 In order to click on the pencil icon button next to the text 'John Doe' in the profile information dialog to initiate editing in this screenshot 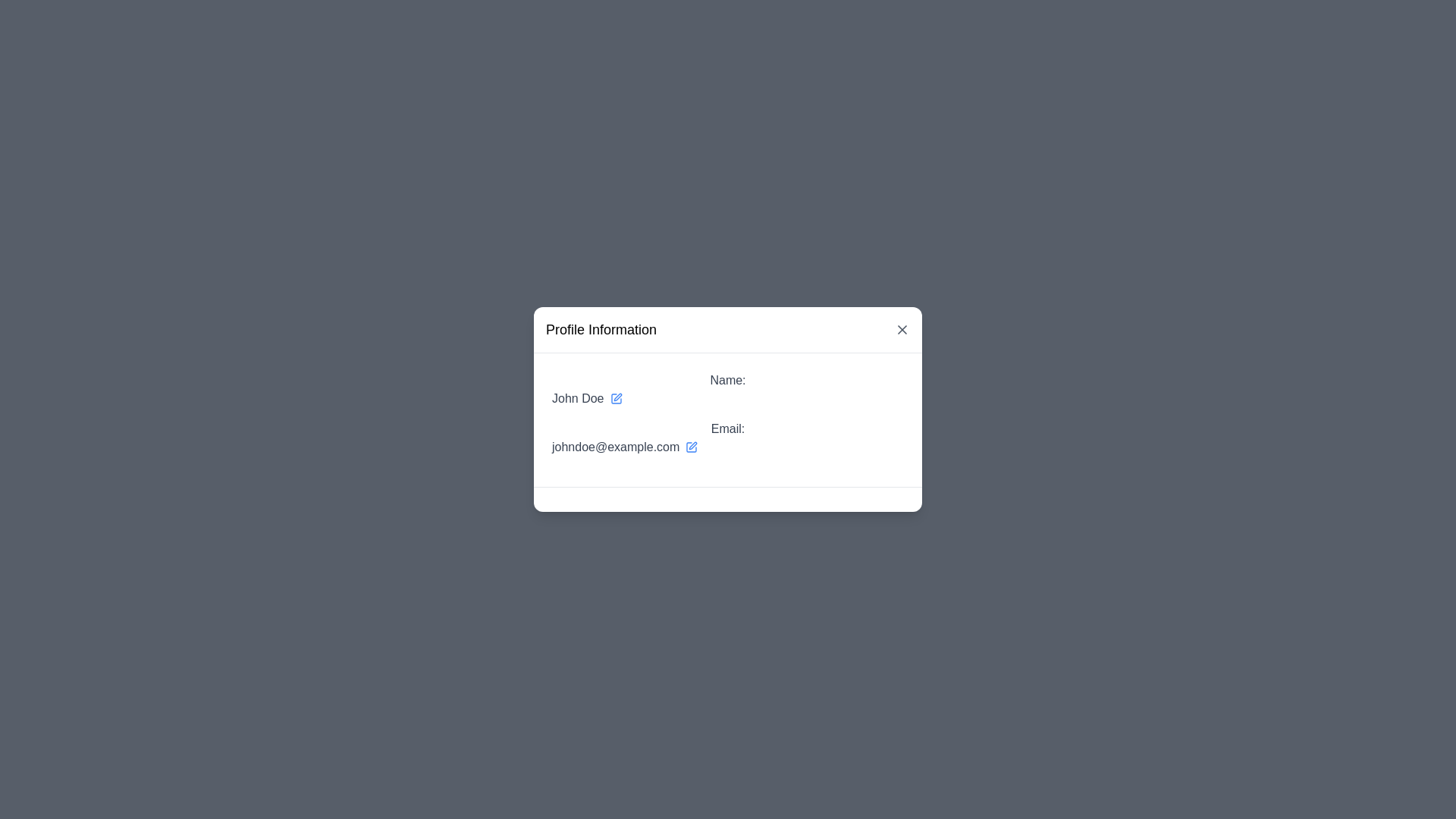, I will do `click(616, 397)`.